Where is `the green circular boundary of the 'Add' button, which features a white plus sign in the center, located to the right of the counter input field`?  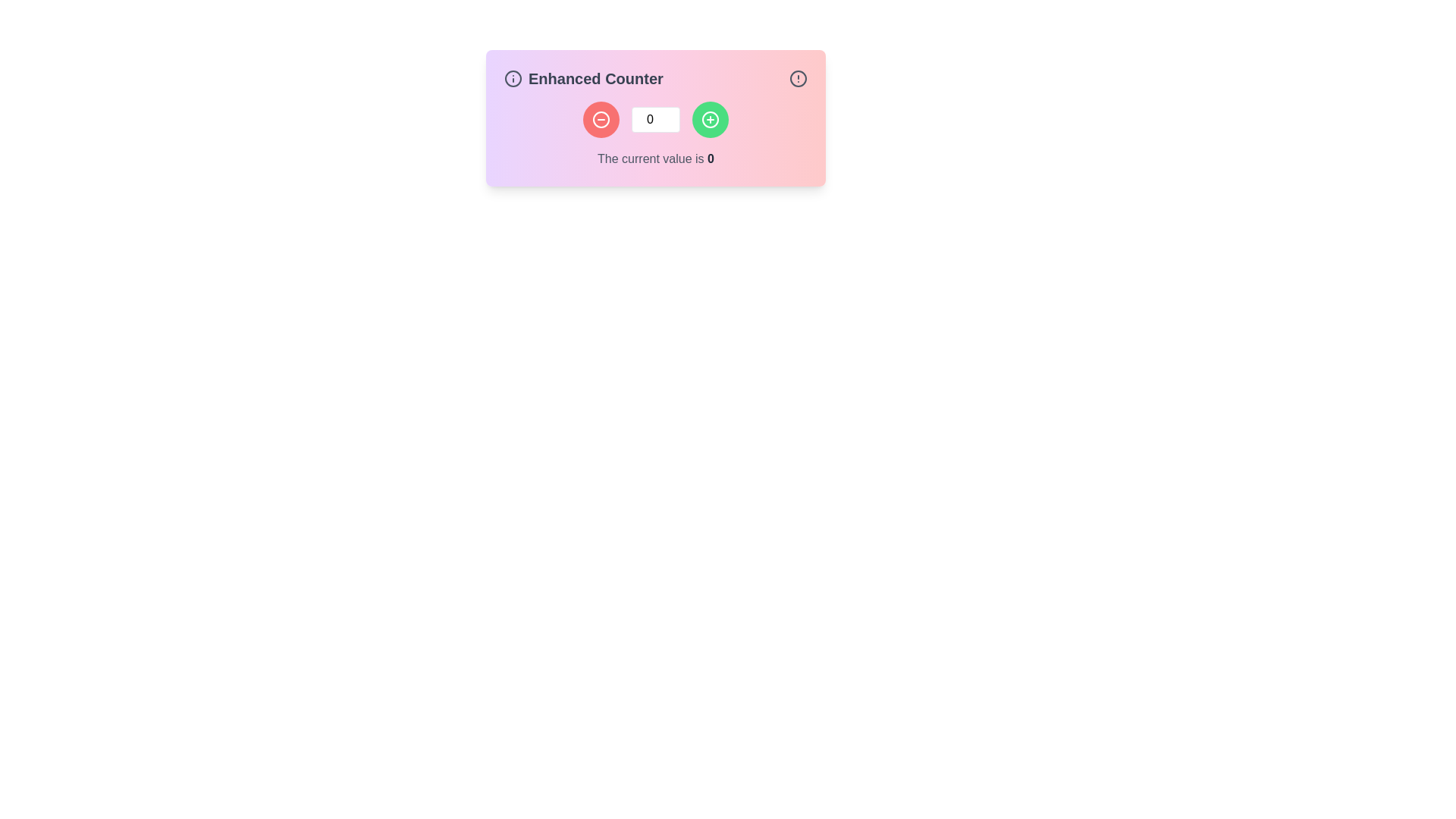 the green circular boundary of the 'Add' button, which features a white plus sign in the center, located to the right of the counter input field is located at coordinates (709, 119).